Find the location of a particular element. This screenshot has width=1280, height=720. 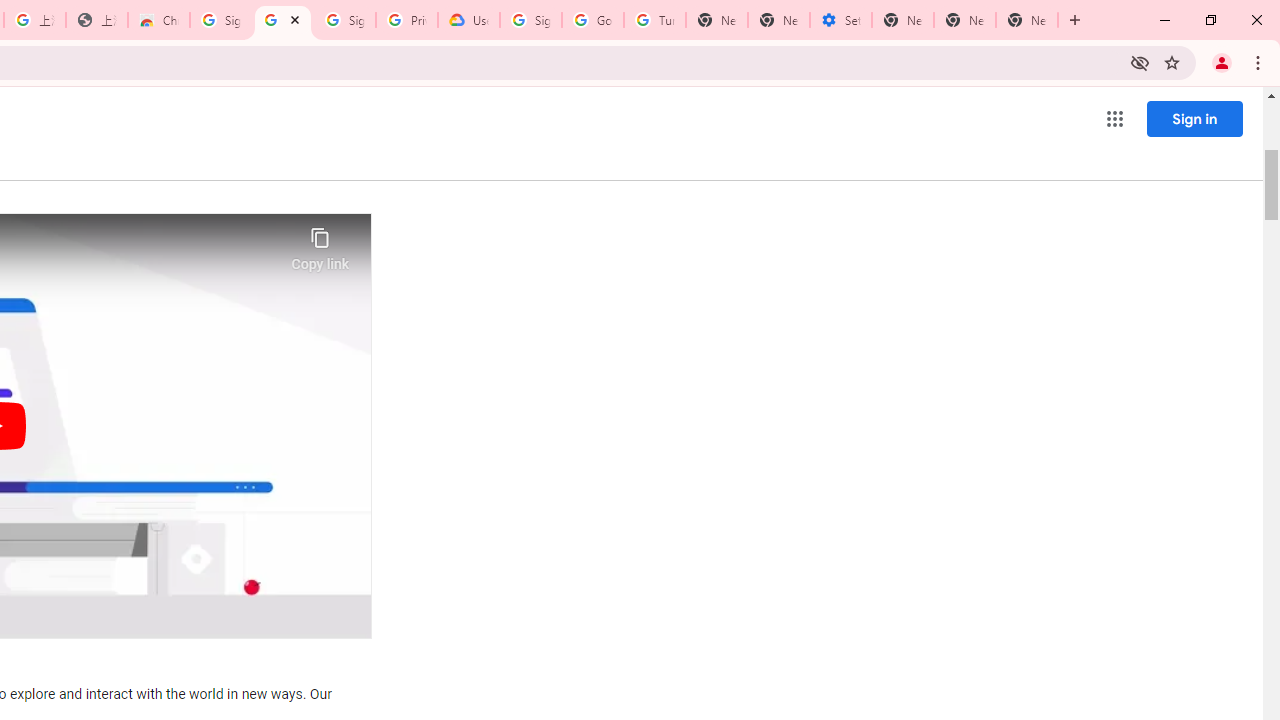

'Chrome Web Store - Color themes by Chrome' is located at coordinates (157, 20).